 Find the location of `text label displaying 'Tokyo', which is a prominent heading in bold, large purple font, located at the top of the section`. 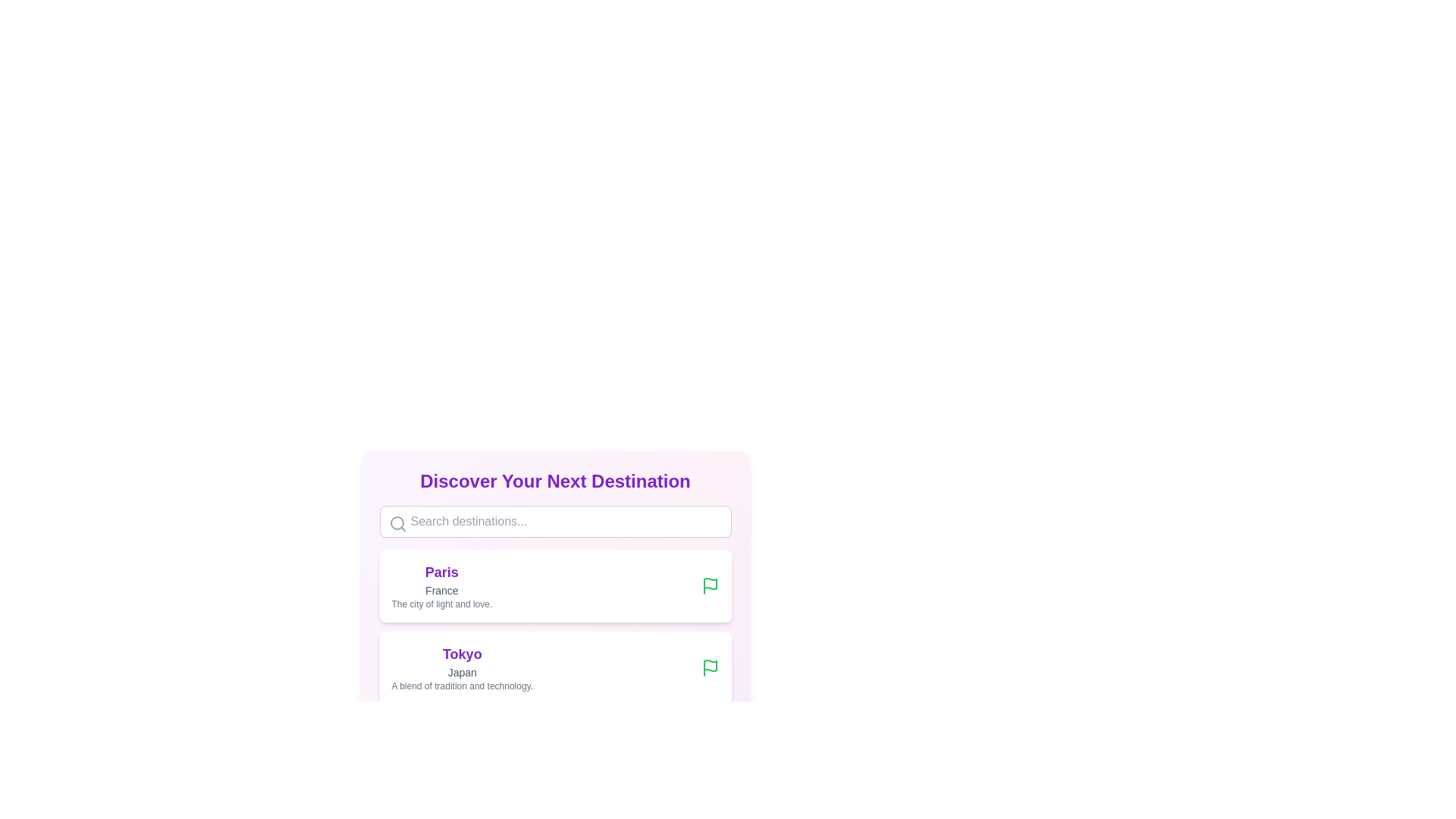

text label displaying 'Tokyo', which is a prominent heading in bold, large purple font, located at the top of the section is located at coordinates (461, 654).